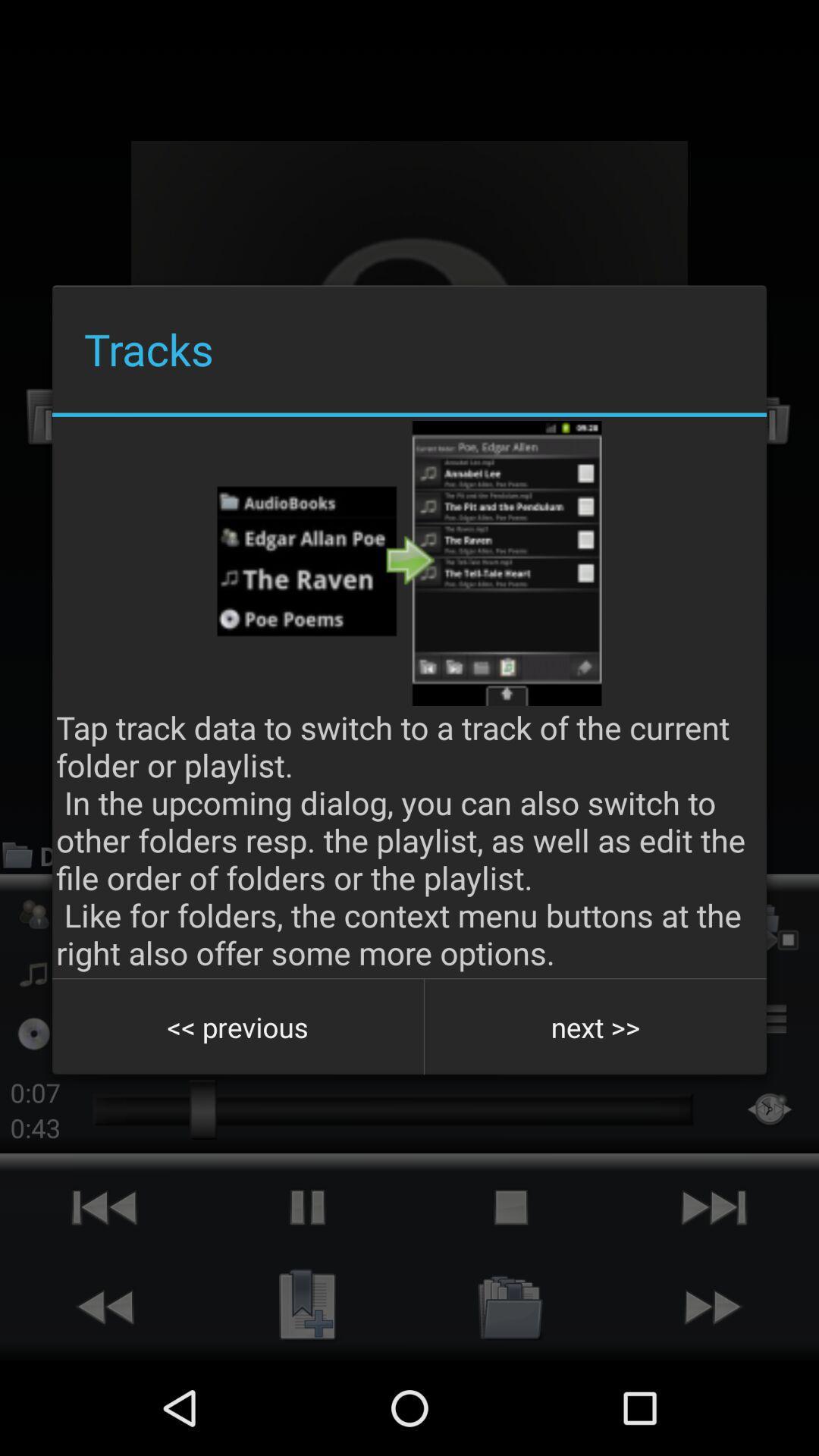 The image size is (819, 1456). I want to click on the next >> icon, so click(595, 1027).